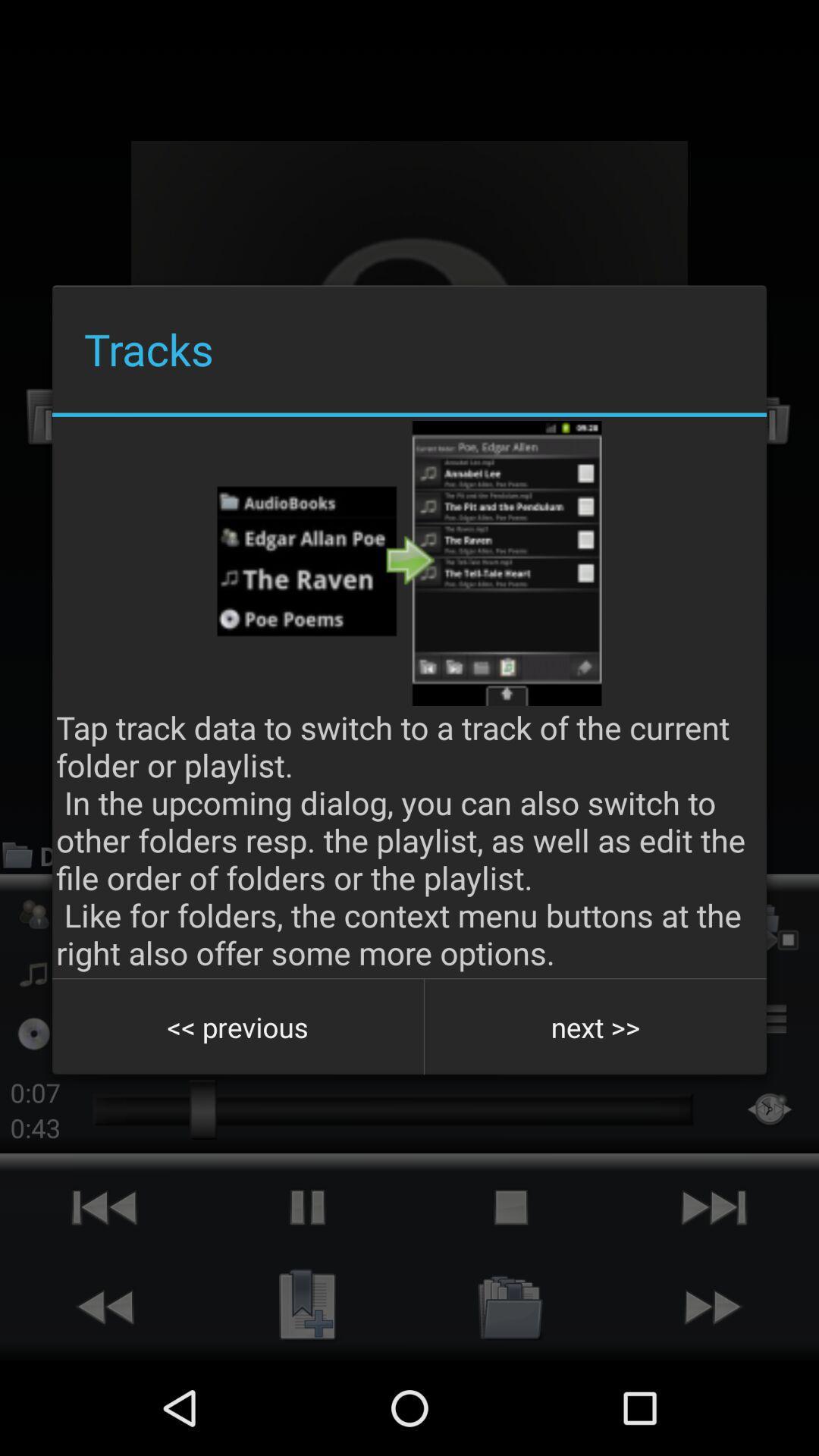 The image size is (819, 1456). I want to click on the next >> icon, so click(595, 1027).